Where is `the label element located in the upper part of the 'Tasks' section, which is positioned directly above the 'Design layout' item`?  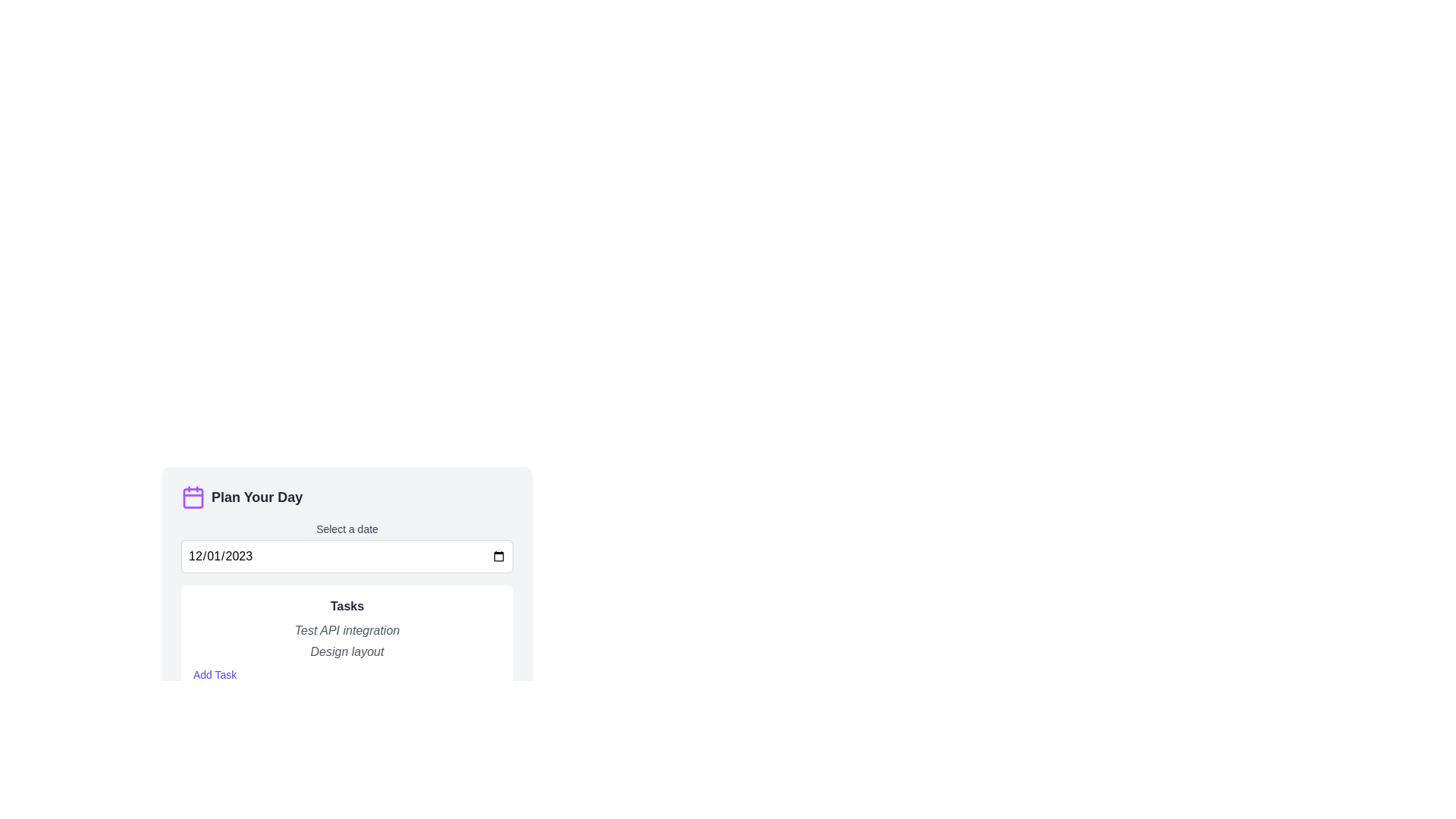 the label element located in the upper part of the 'Tasks' section, which is positioned directly above the 'Design layout' item is located at coordinates (346, 631).